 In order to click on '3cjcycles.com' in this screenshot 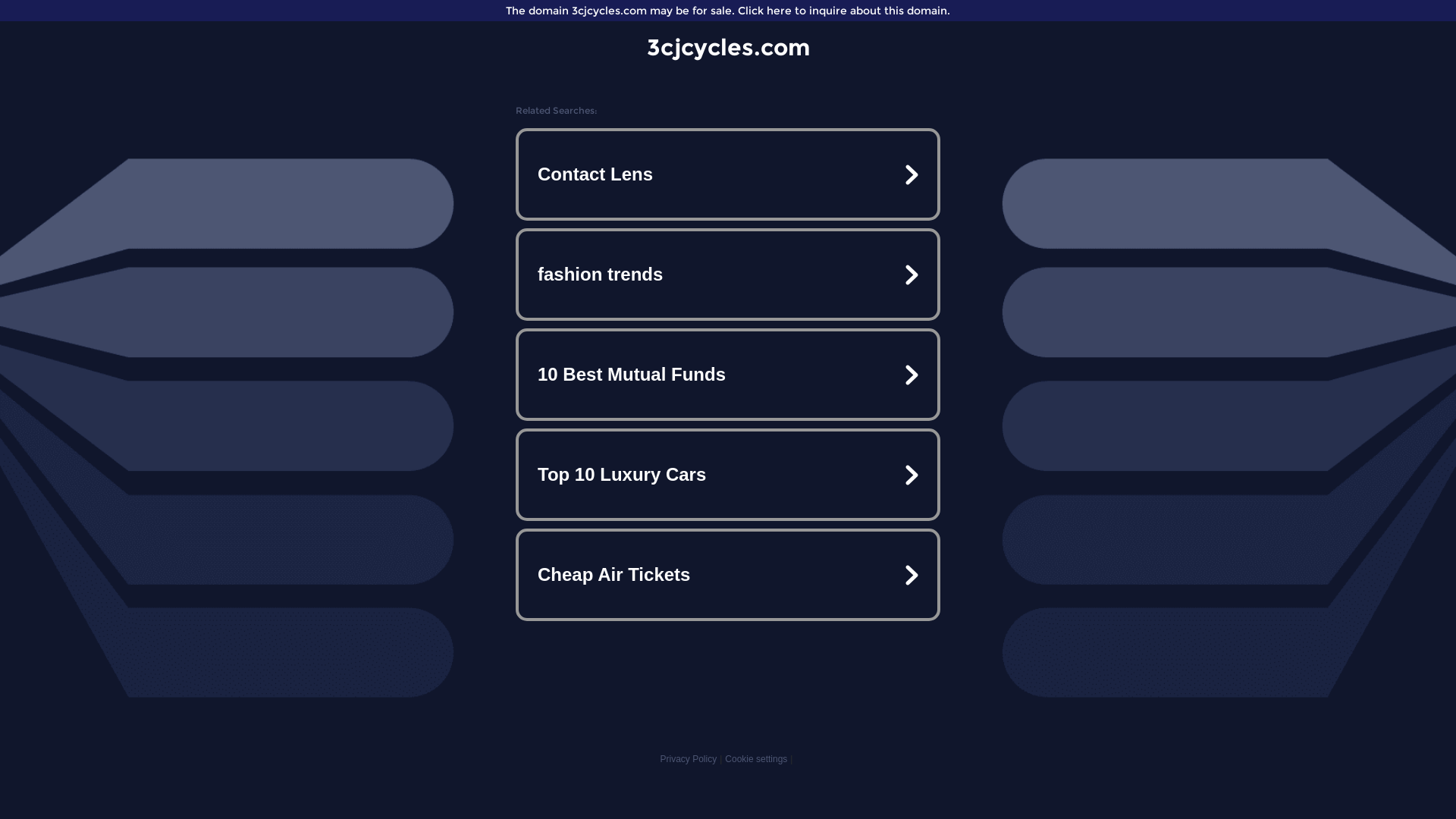, I will do `click(726, 46)`.